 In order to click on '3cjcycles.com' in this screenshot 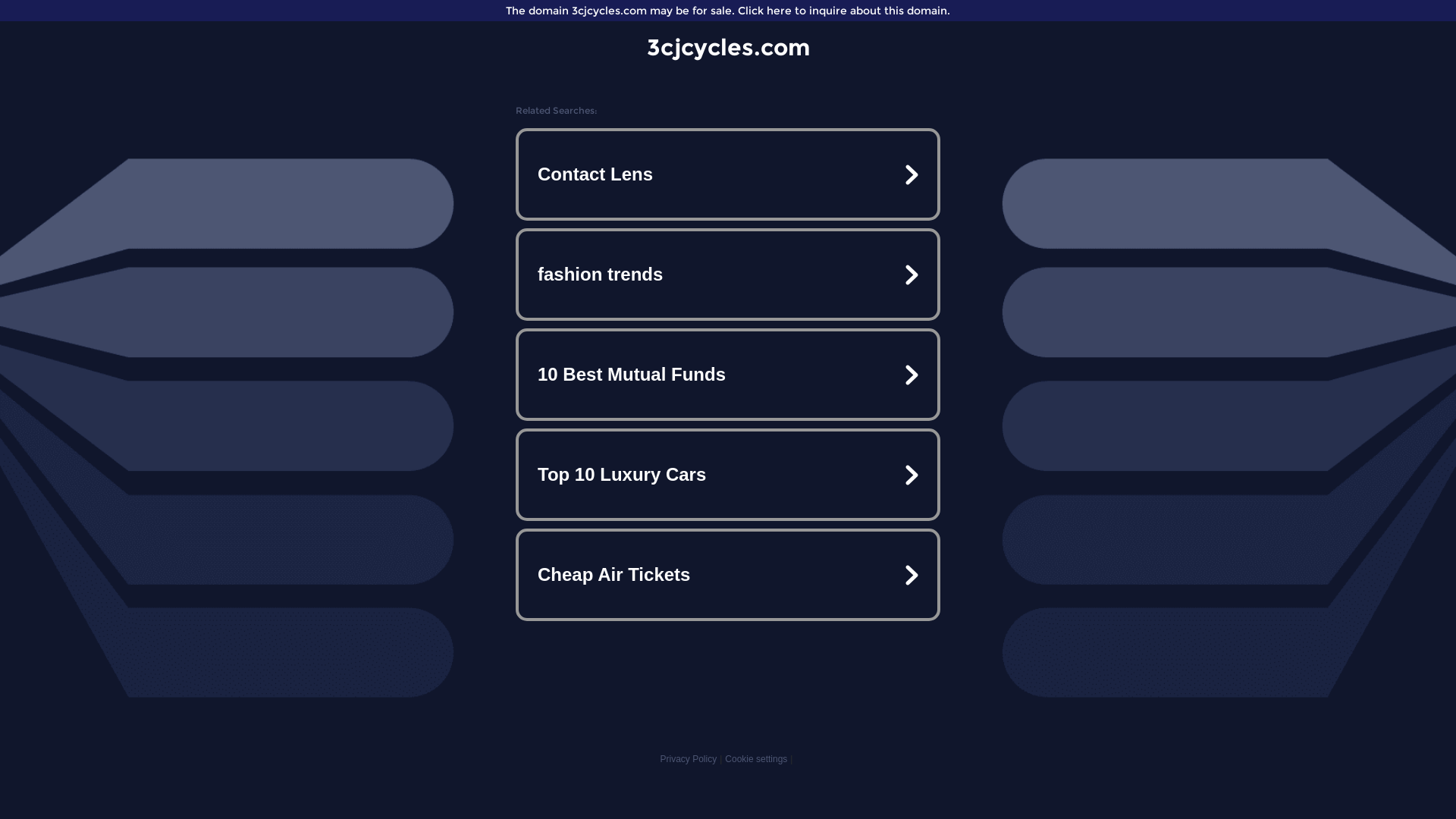, I will do `click(726, 46)`.